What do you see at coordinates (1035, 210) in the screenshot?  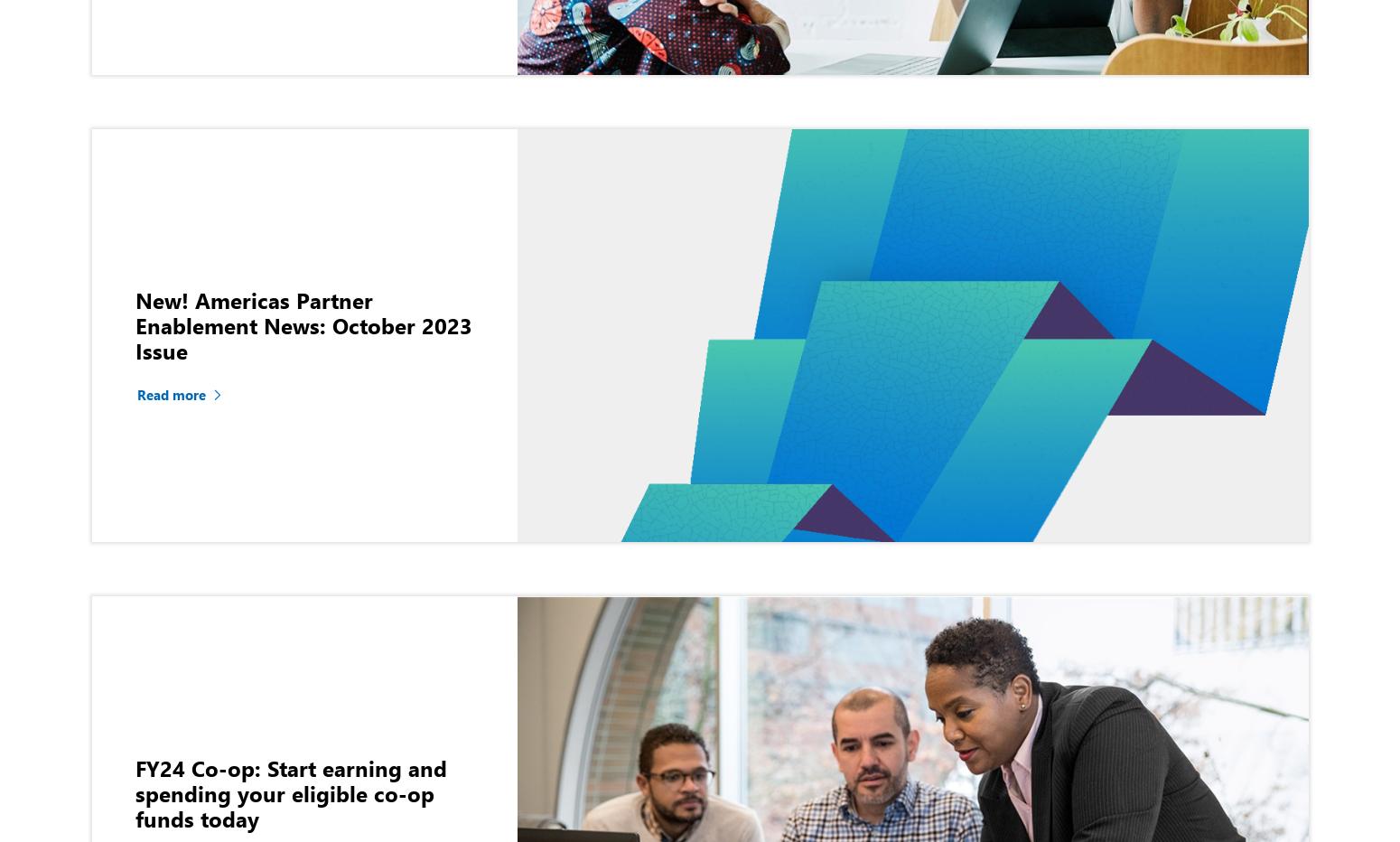 I see `'Training Schedule'` at bounding box center [1035, 210].